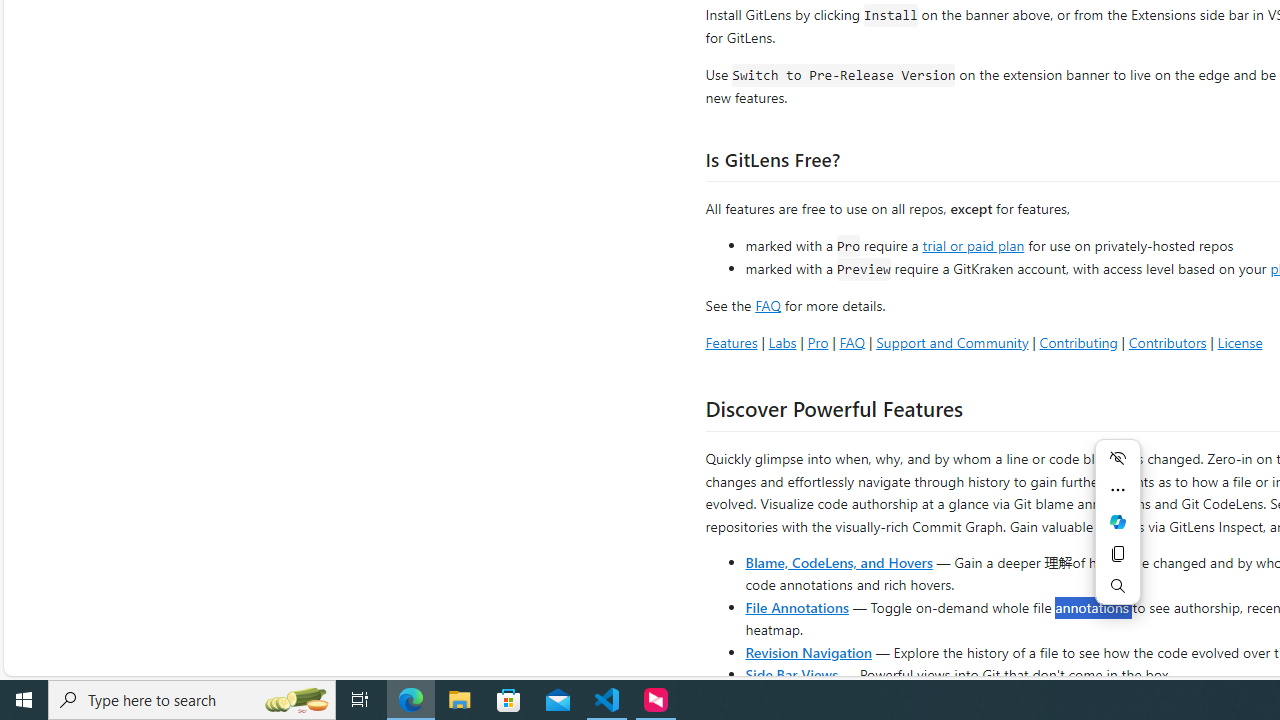  I want to click on 'Contributors', so click(1167, 341).